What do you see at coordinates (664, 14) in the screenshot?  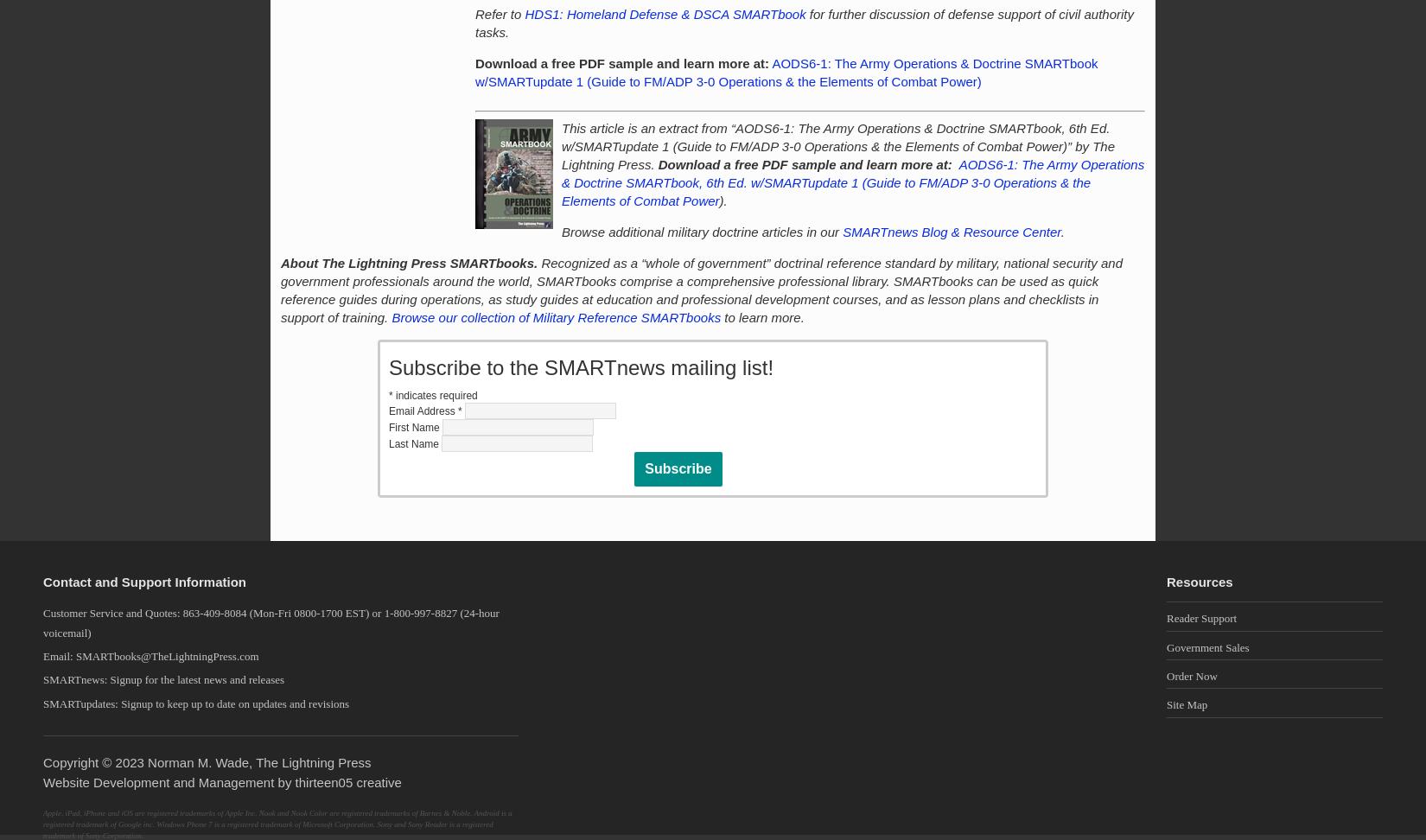 I see `'HDS1: Homeland Defense & DSCA SMARTbook'` at bounding box center [664, 14].